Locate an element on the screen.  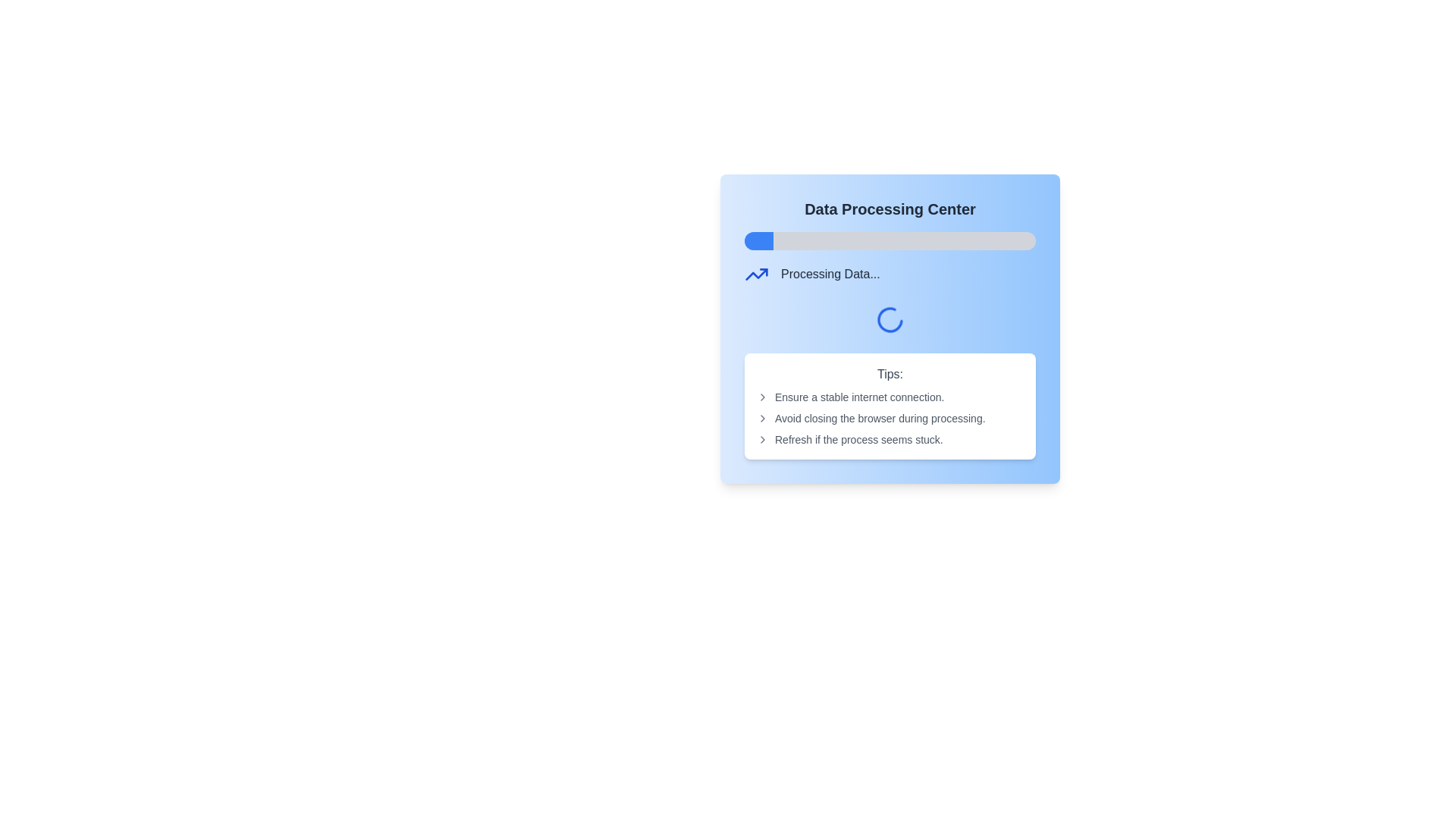
the chevron icon located to the left of the text 'Refresh if the process seems stuck.' in the tips section is located at coordinates (763, 439).